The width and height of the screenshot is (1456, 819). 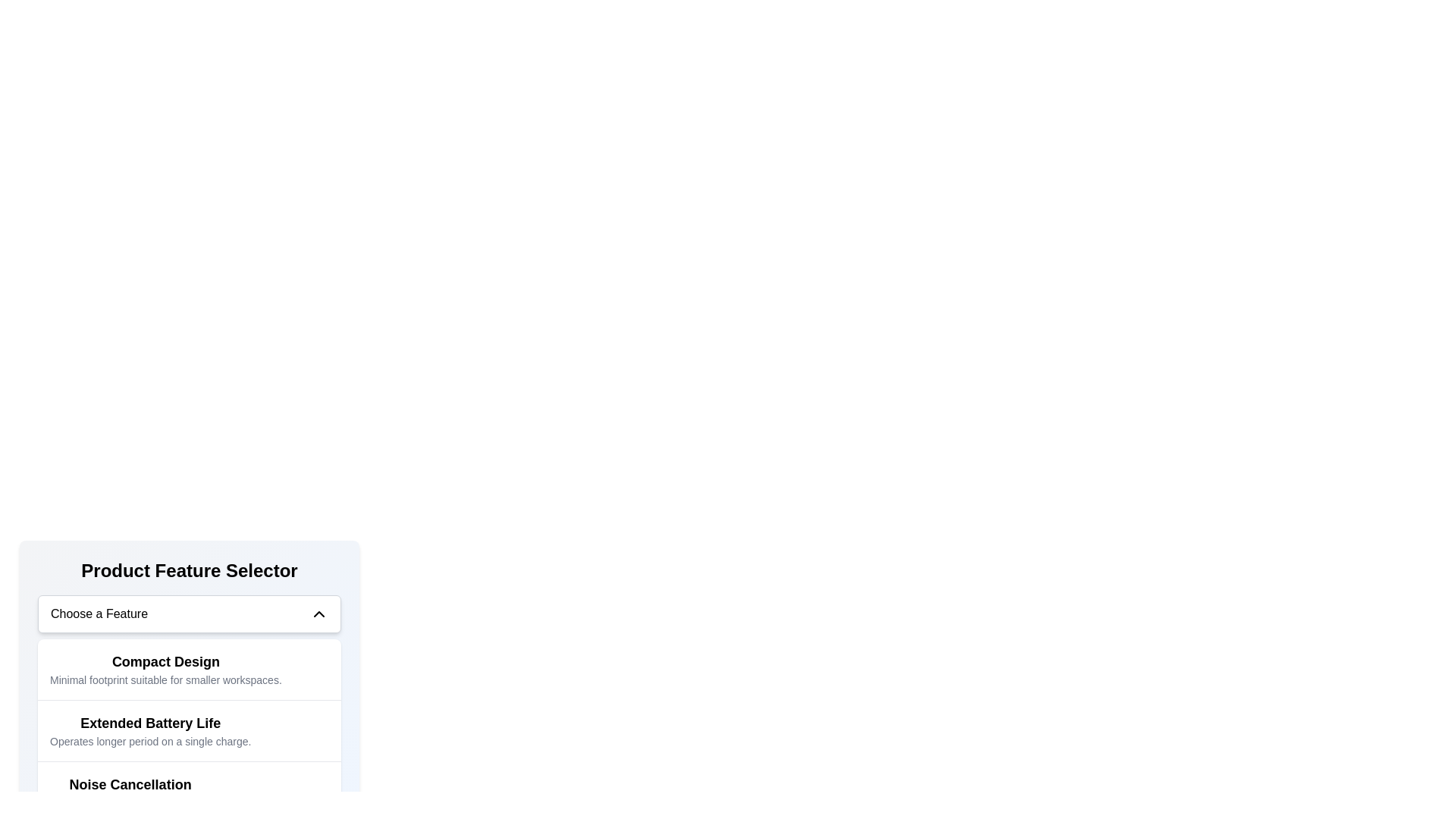 I want to click on the 'Noise Cancellation' label, which is styled in a bold and larger font, located in the 'Product Feature Selector' section, positioned between 'Extended Battery Life' and its subtext 'Experience uninterrupted serenity', so click(x=130, y=784).